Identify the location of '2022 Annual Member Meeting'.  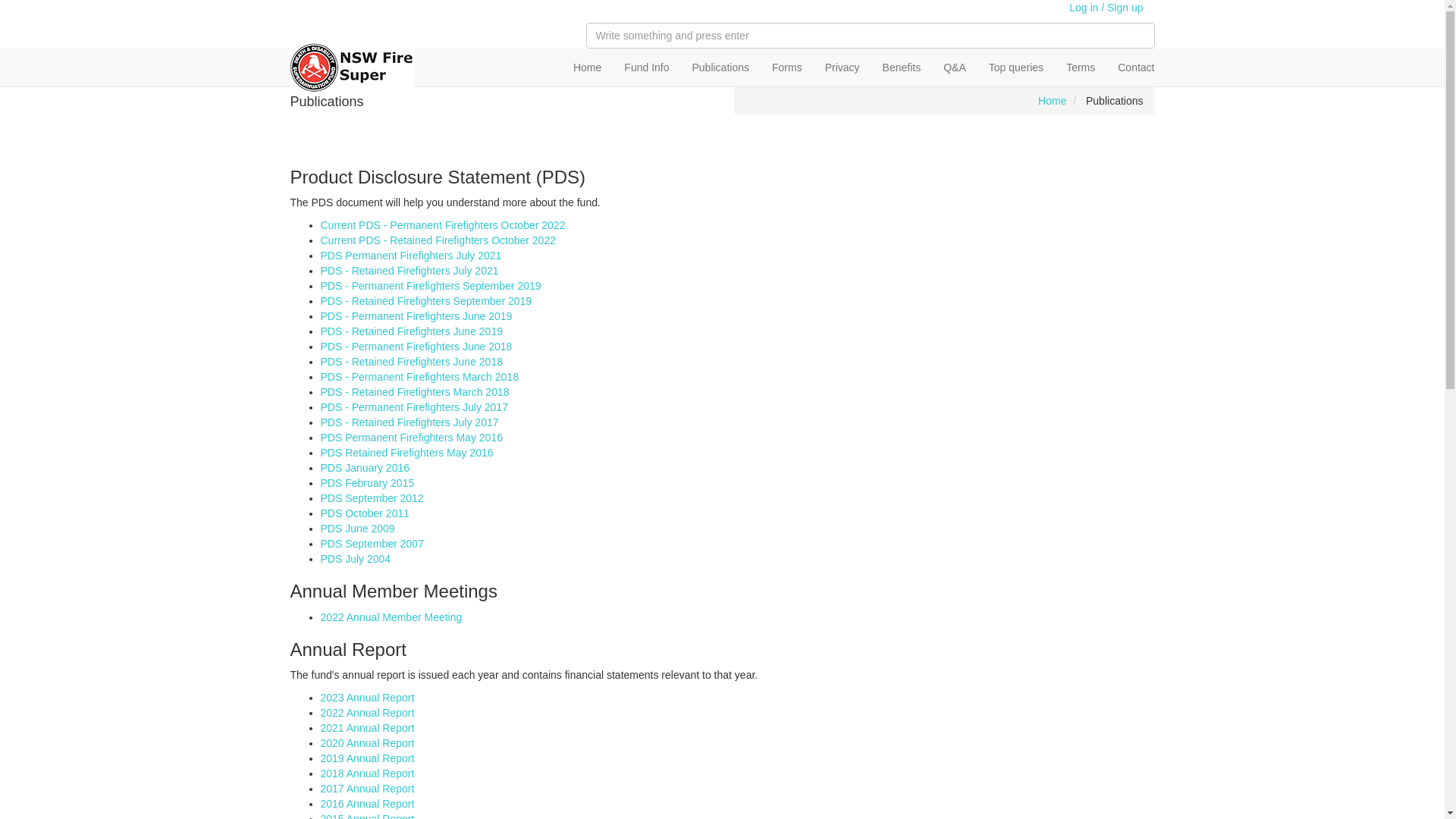
(391, 617).